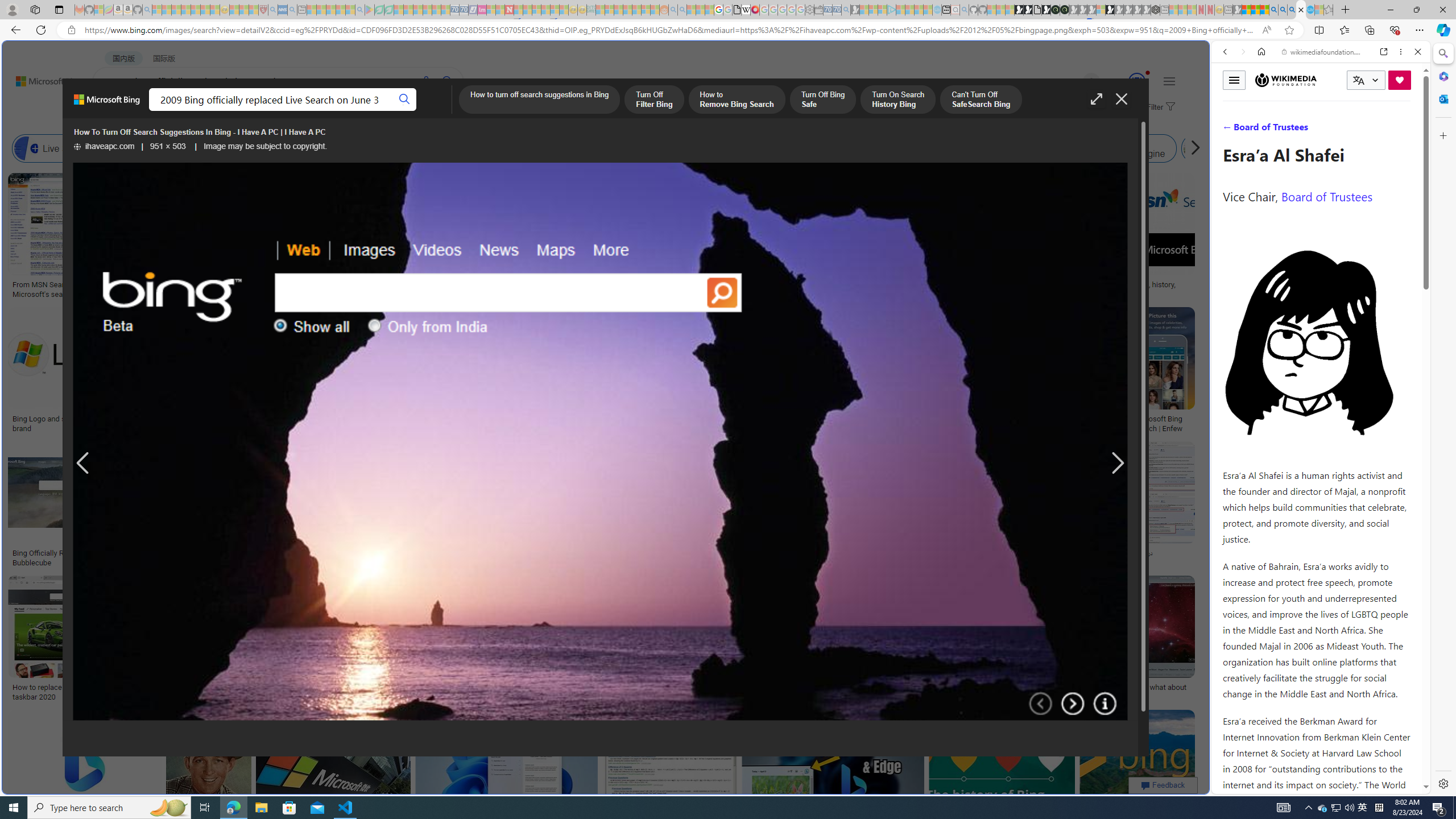  Describe the element at coordinates (1067, 148) in the screenshot. I see `'Owner of Bing Search Engine'` at that location.